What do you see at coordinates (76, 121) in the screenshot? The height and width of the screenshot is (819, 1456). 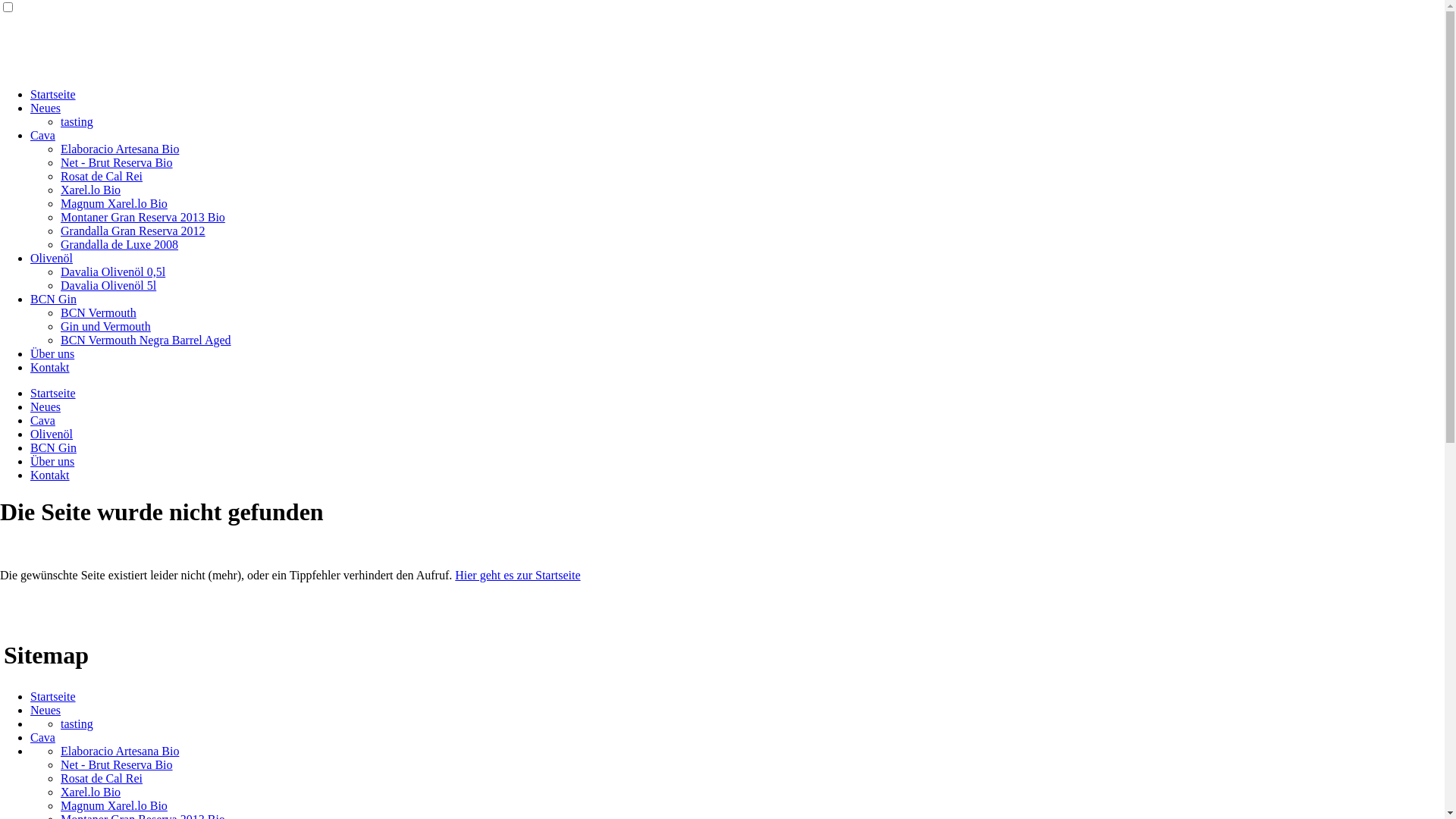 I see `'tasting'` at bounding box center [76, 121].